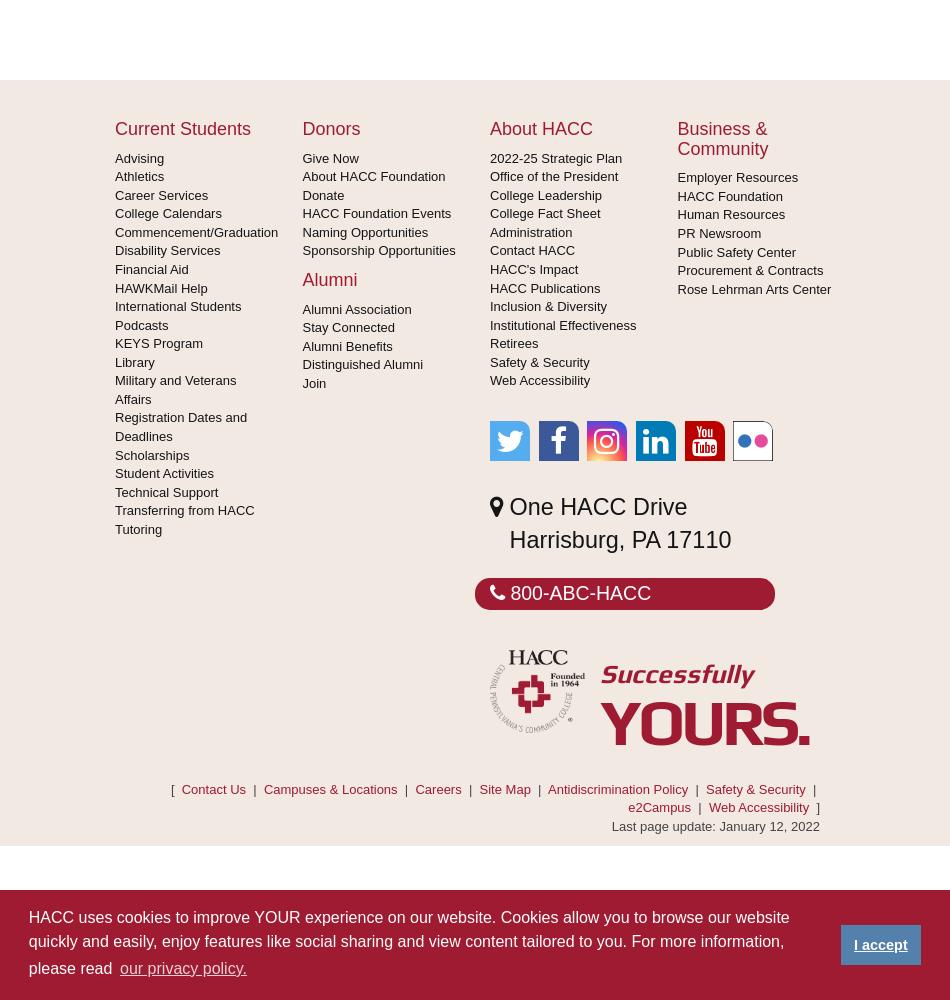 The height and width of the screenshot is (1000, 950). Describe the element at coordinates (490, 157) in the screenshot. I see `'2022-25 Strategic Plan'` at that location.